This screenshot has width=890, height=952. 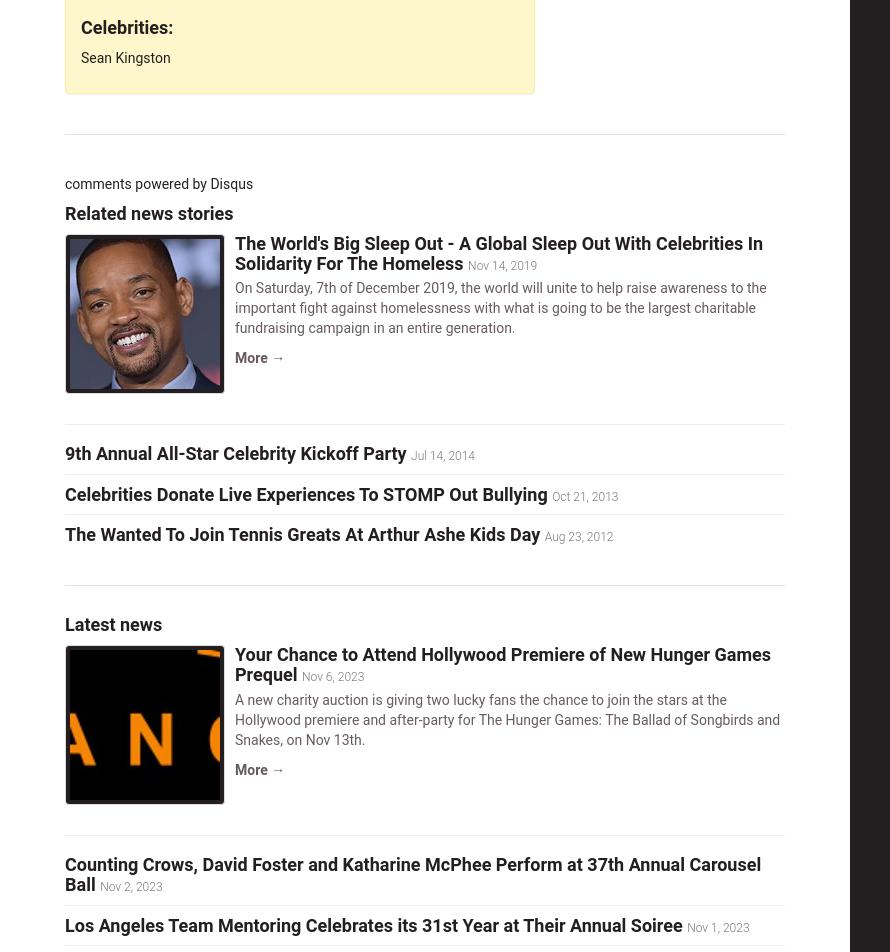 I want to click on 'Latest news', so click(x=64, y=624).